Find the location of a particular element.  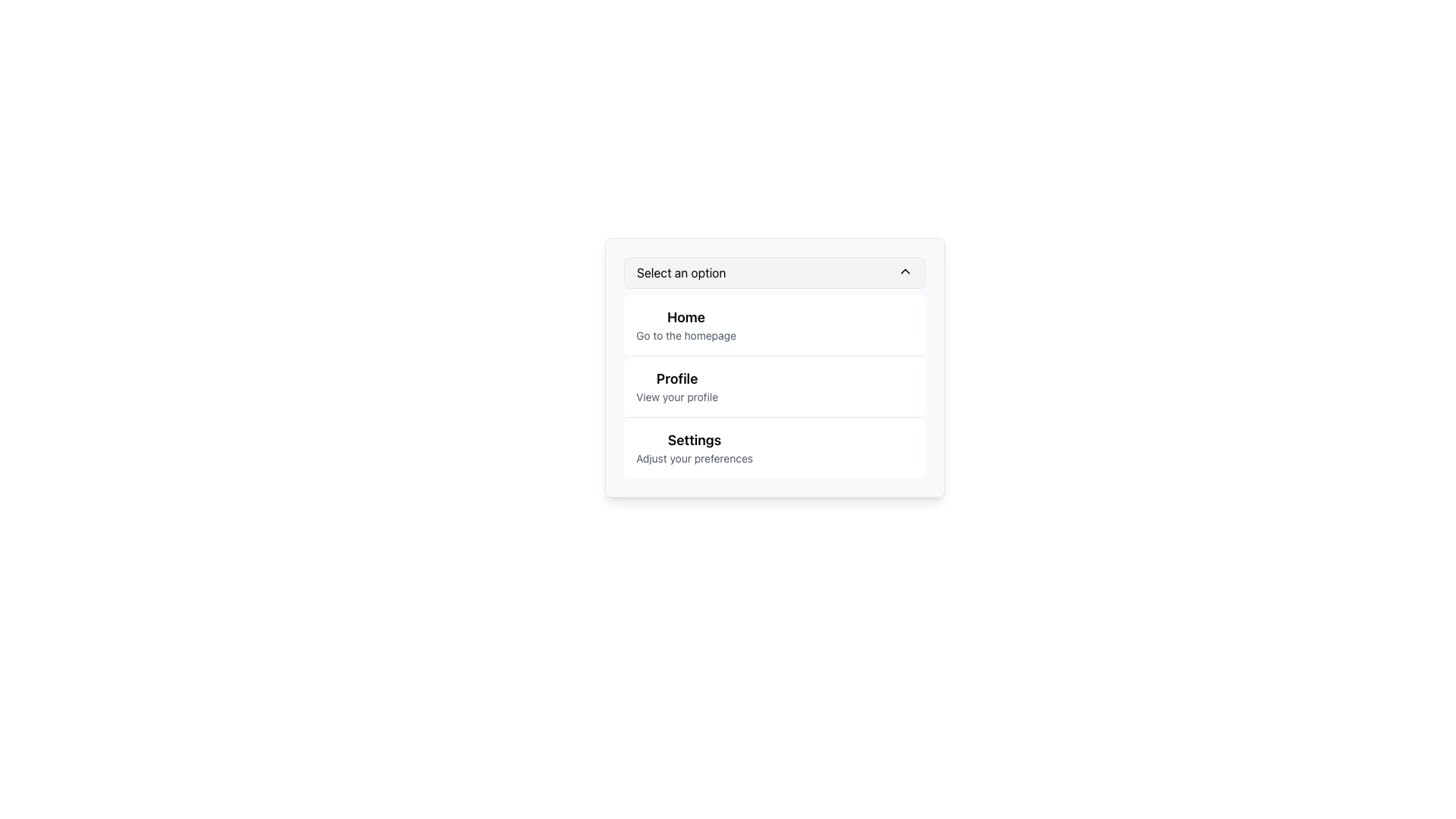

the Text Label element that contains the text 'View your profile', which is located below the title 'Profile' in a dropdown menu is located at coordinates (676, 397).